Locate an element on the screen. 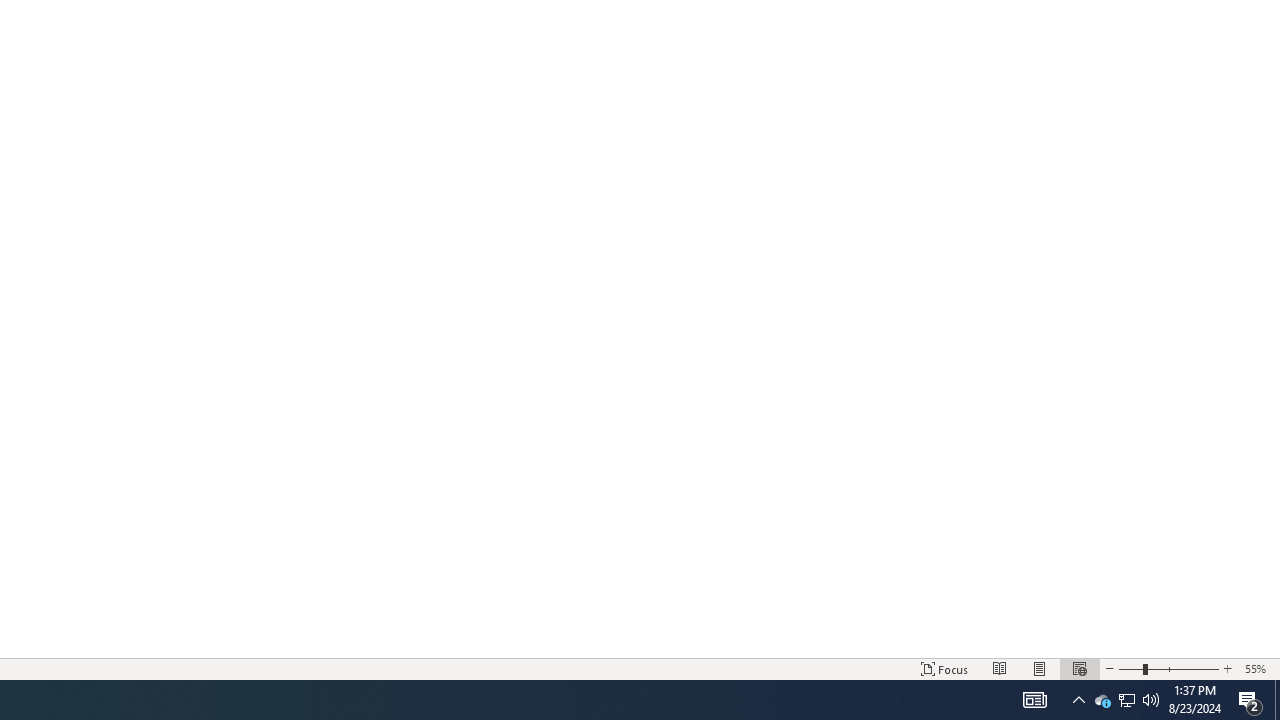 The width and height of the screenshot is (1280, 720). 'Zoom 55%' is located at coordinates (1257, 669).